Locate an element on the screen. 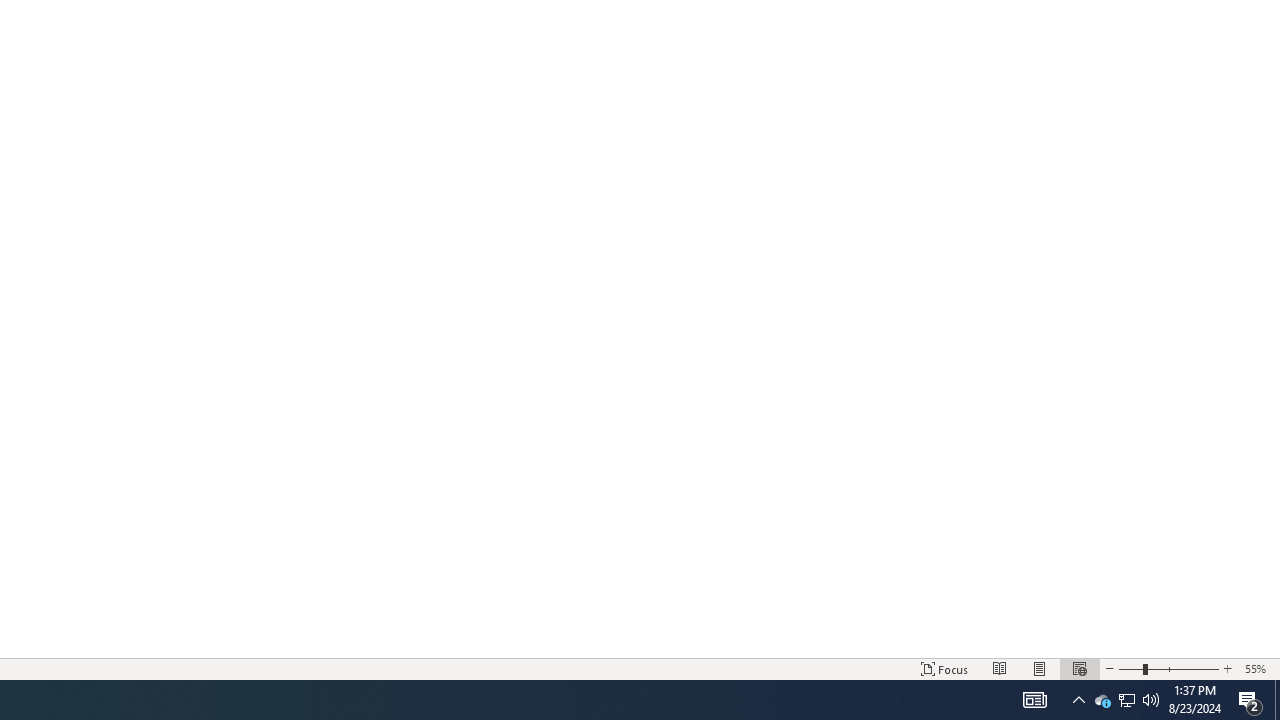 The width and height of the screenshot is (1280, 720). 'Zoom 55%' is located at coordinates (1257, 669).